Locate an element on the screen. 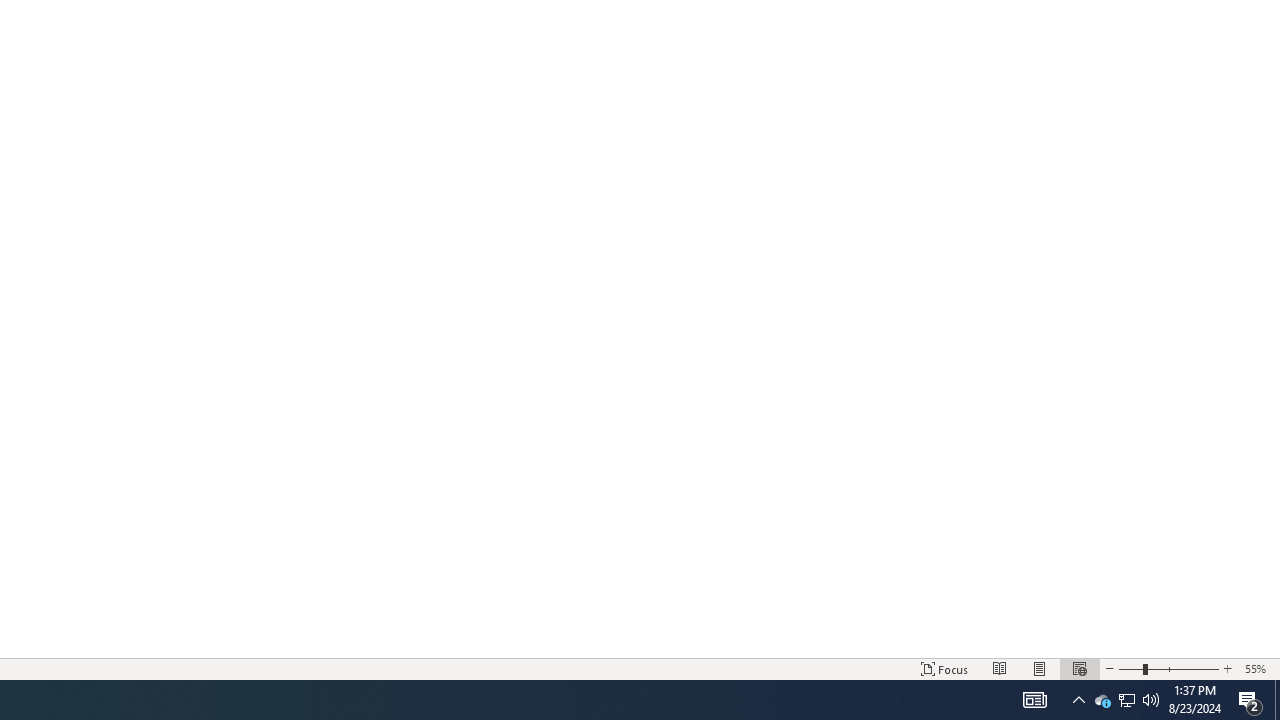 The width and height of the screenshot is (1280, 720). 'Zoom 55%' is located at coordinates (1257, 669).